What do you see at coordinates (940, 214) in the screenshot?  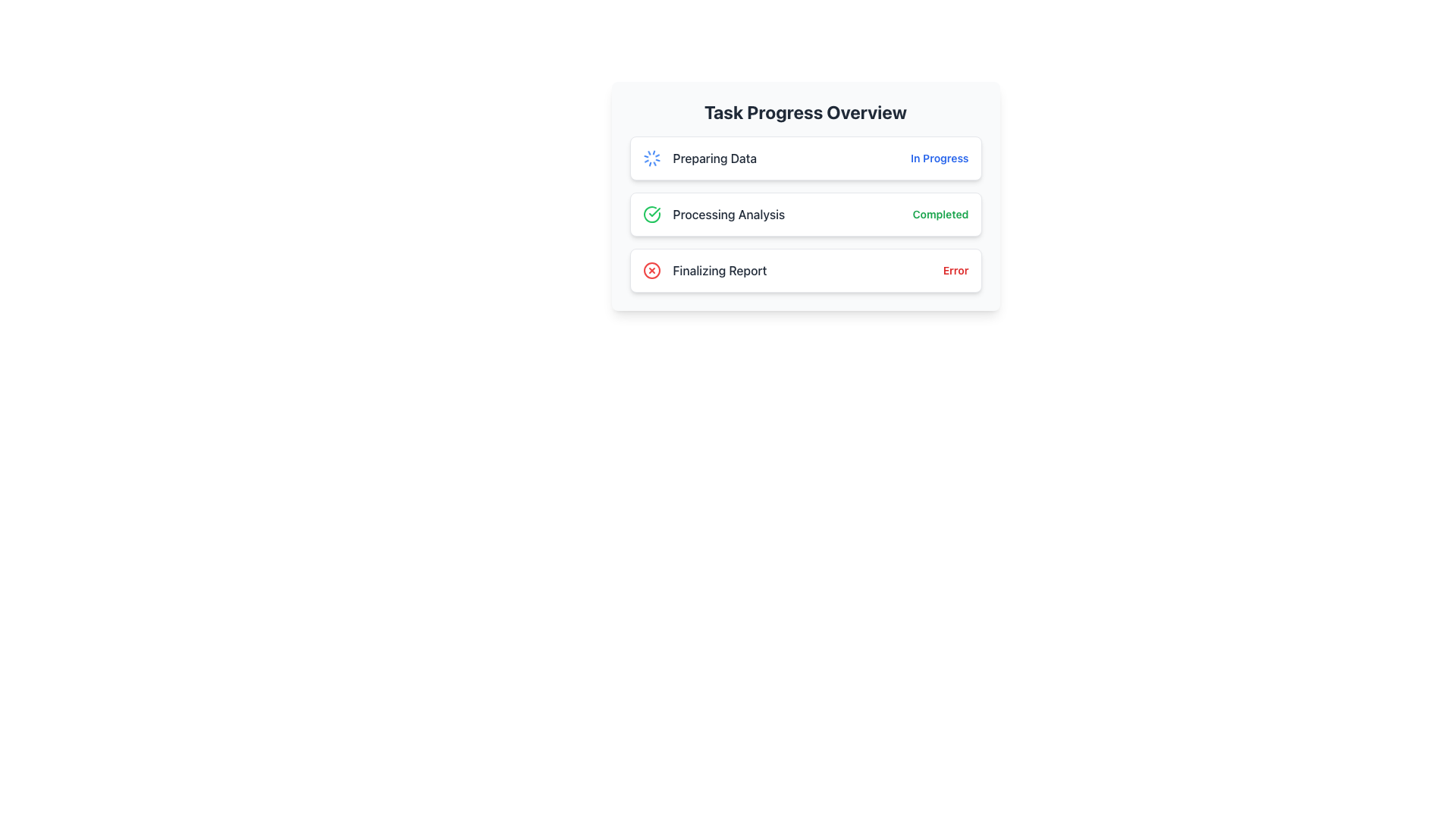 I see `text element labeled 'Completed' which is formatted in green color, semibold, and small font size, located in the right section of the card containing 'Processing Analysis'` at bounding box center [940, 214].